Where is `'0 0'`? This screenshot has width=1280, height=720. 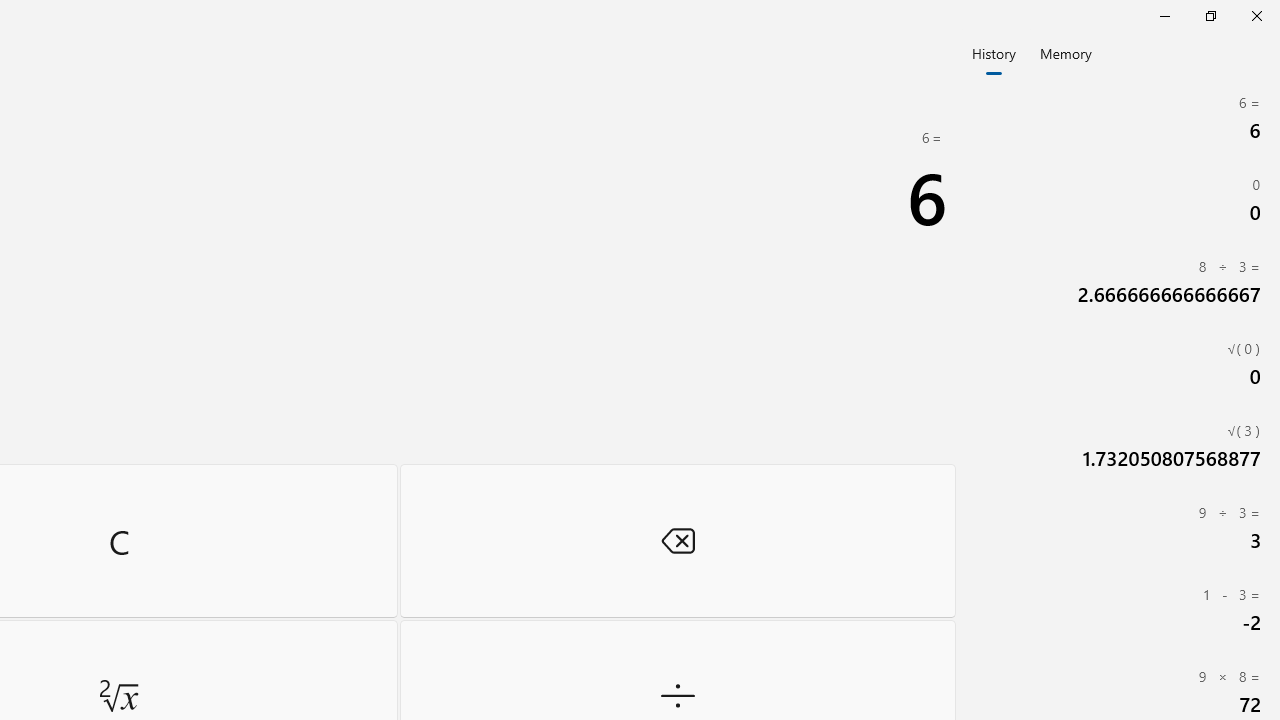 '0 0' is located at coordinates (1120, 200).